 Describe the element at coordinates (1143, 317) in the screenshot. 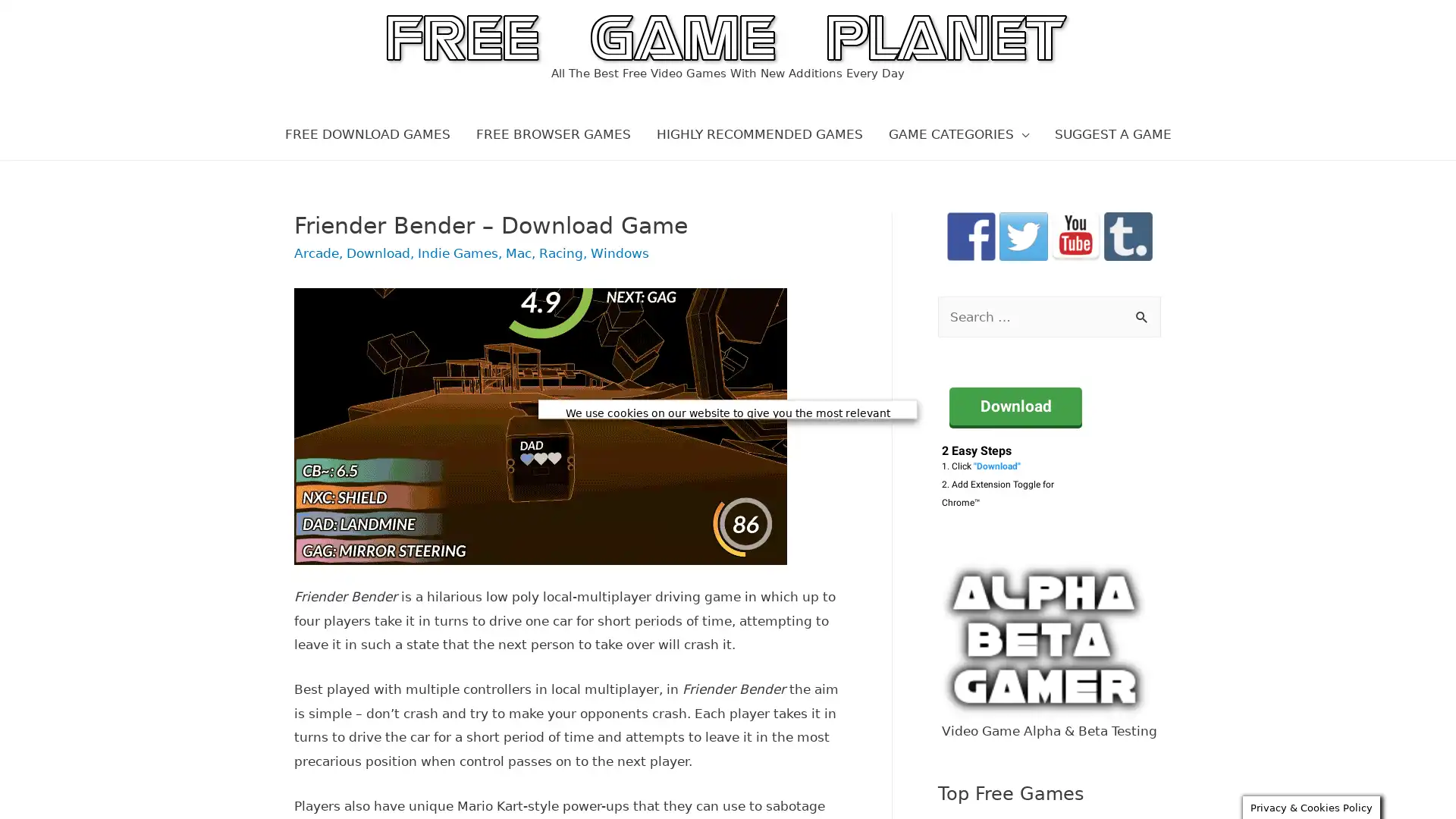

I see `Search` at that location.